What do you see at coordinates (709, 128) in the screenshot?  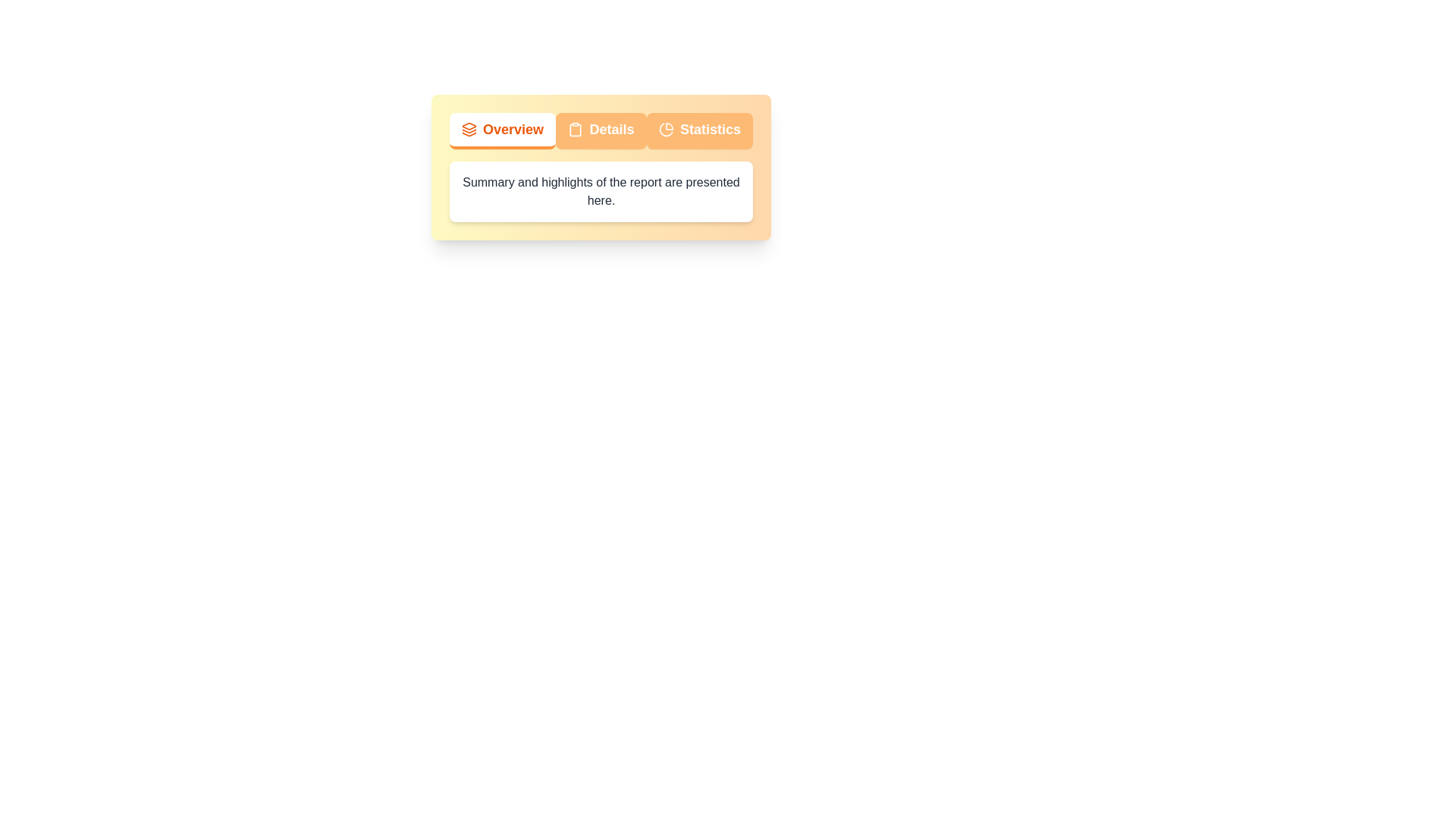 I see `the 'Statistics' tab in the navigation menu` at bounding box center [709, 128].